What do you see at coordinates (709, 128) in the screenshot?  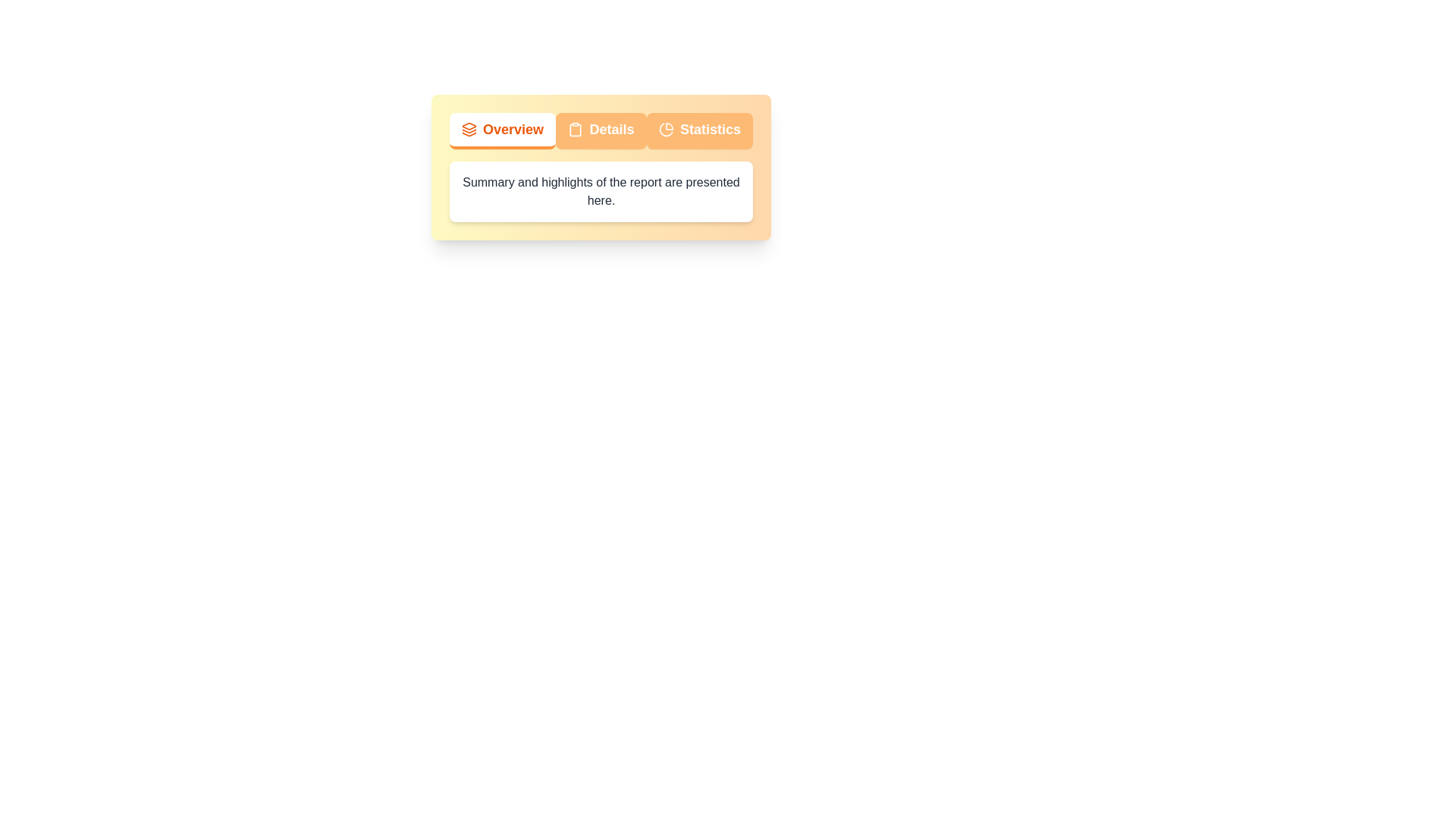 I see `the 'Statistics' tab in the navigation menu` at bounding box center [709, 128].